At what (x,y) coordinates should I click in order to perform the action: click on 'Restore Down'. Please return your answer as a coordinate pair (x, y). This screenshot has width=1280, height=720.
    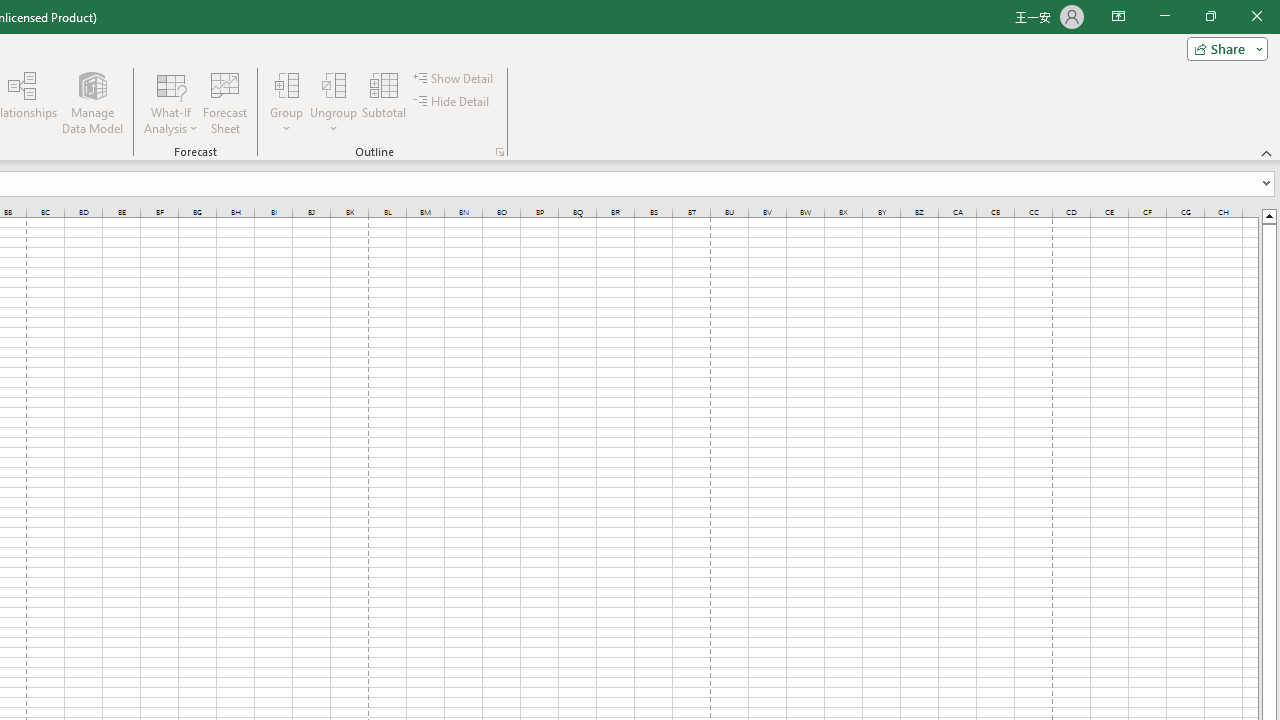
    Looking at the image, I should click on (1209, 16).